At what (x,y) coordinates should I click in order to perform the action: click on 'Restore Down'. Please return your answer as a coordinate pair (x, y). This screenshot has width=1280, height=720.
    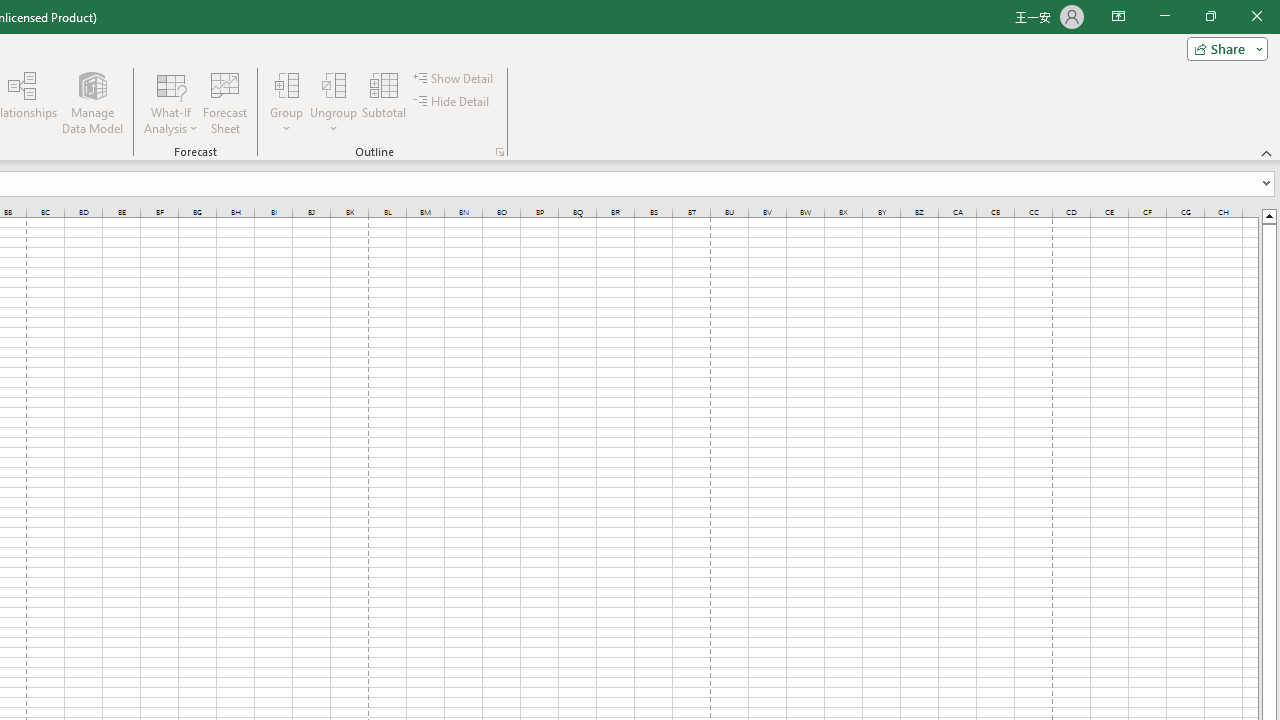
    Looking at the image, I should click on (1209, 16).